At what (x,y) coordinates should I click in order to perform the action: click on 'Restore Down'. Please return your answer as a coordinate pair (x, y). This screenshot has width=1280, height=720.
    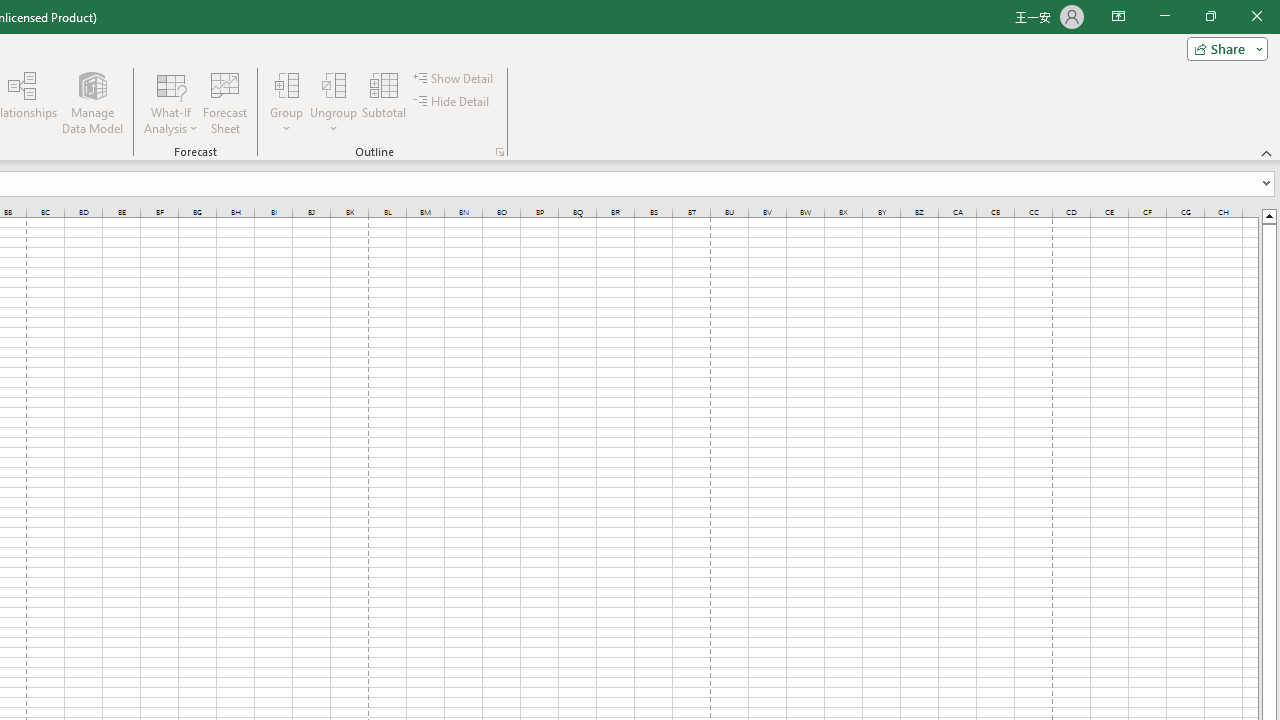
    Looking at the image, I should click on (1209, 16).